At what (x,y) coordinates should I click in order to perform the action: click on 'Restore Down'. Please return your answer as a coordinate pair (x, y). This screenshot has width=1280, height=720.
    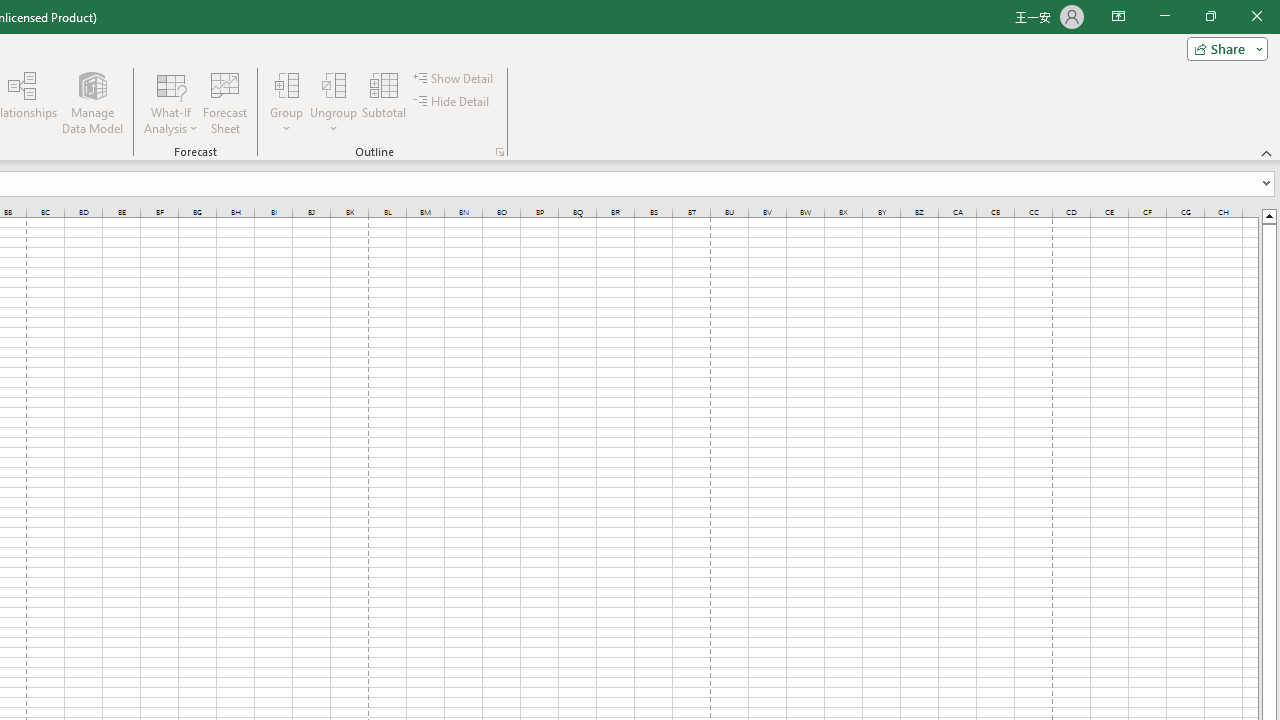
    Looking at the image, I should click on (1209, 16).